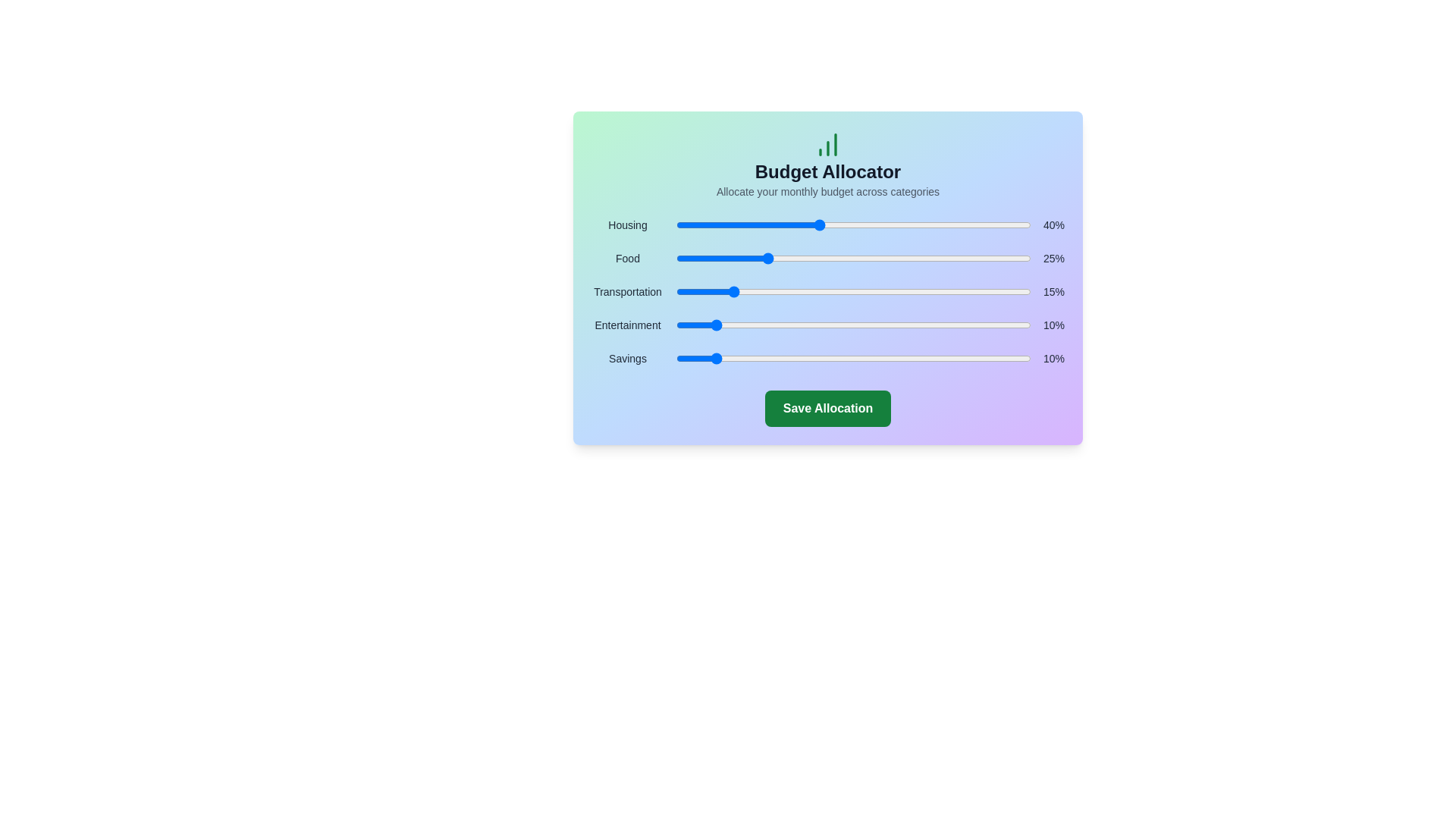 The width and height of the screenshot is (1456, 819). I want to click on 'Save Allocation' button to save the current budget allocation, so click(827, 408).